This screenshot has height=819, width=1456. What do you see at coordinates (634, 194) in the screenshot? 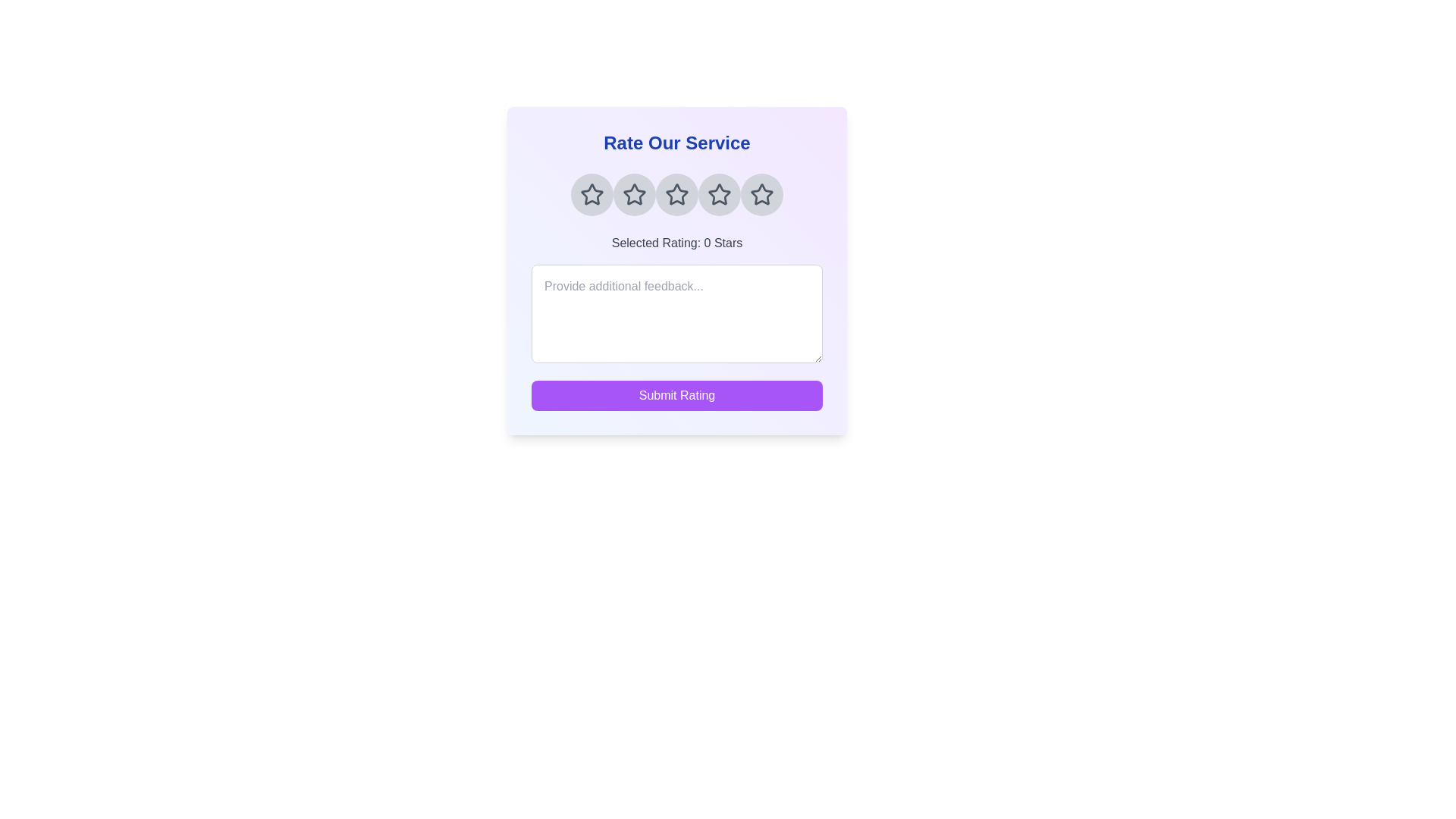
I see `the star corresponding to the desired rating 2` at bounding box center [634, 194].